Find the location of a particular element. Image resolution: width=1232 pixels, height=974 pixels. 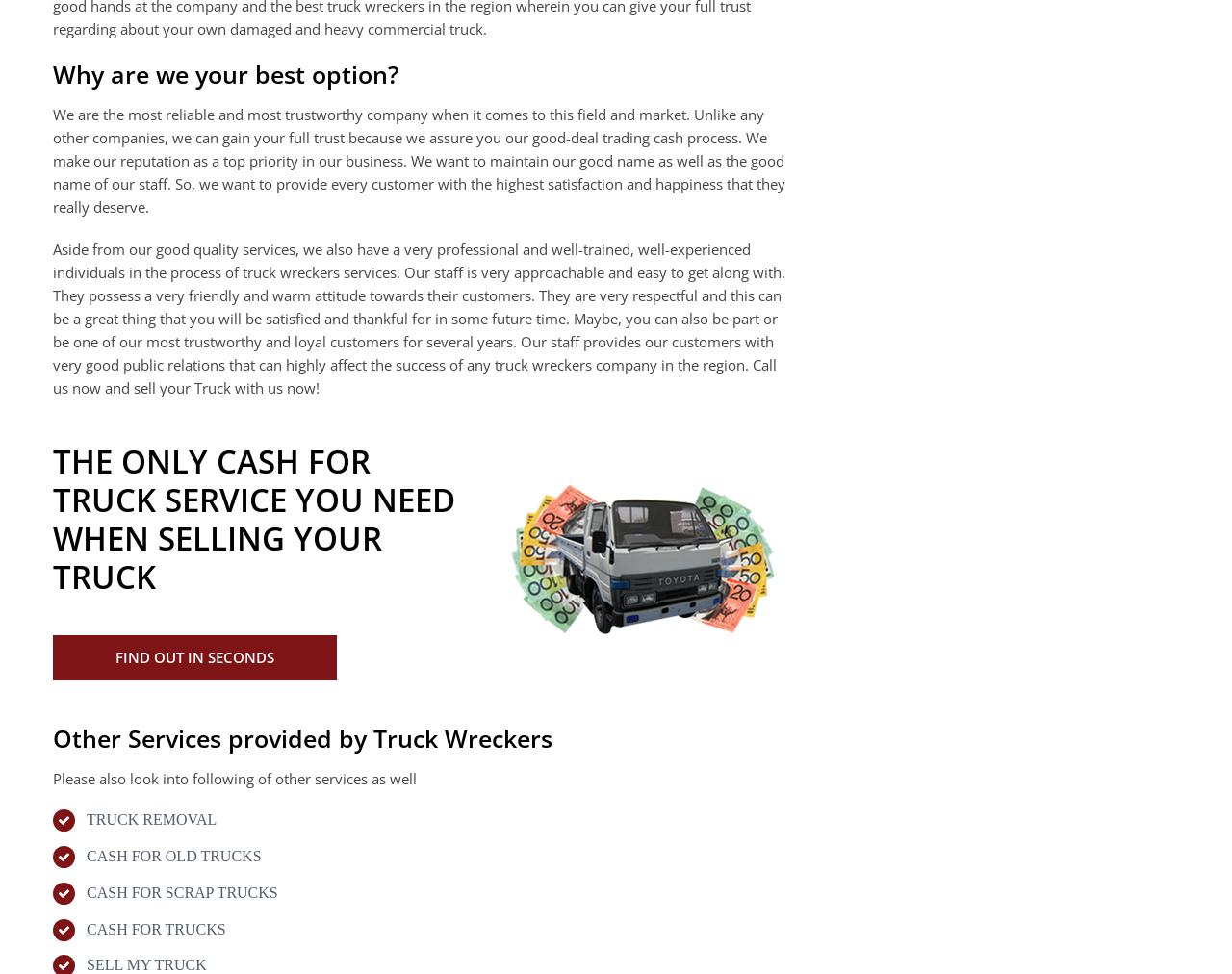

'TRUCK REMOVAL' is located at coordinates (150, 818).